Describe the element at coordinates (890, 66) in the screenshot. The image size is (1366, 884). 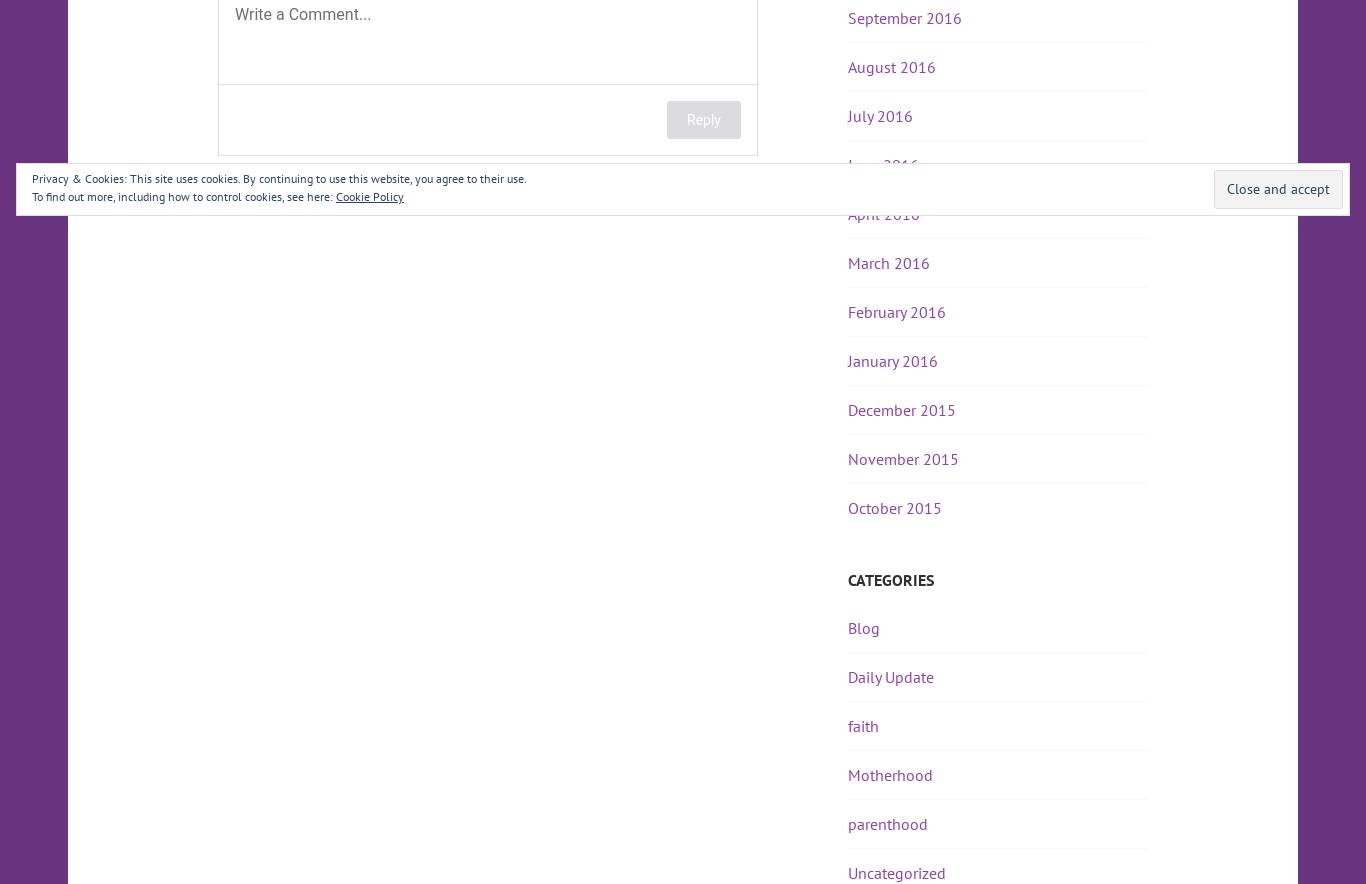
I see `'August 2016'` at that location.